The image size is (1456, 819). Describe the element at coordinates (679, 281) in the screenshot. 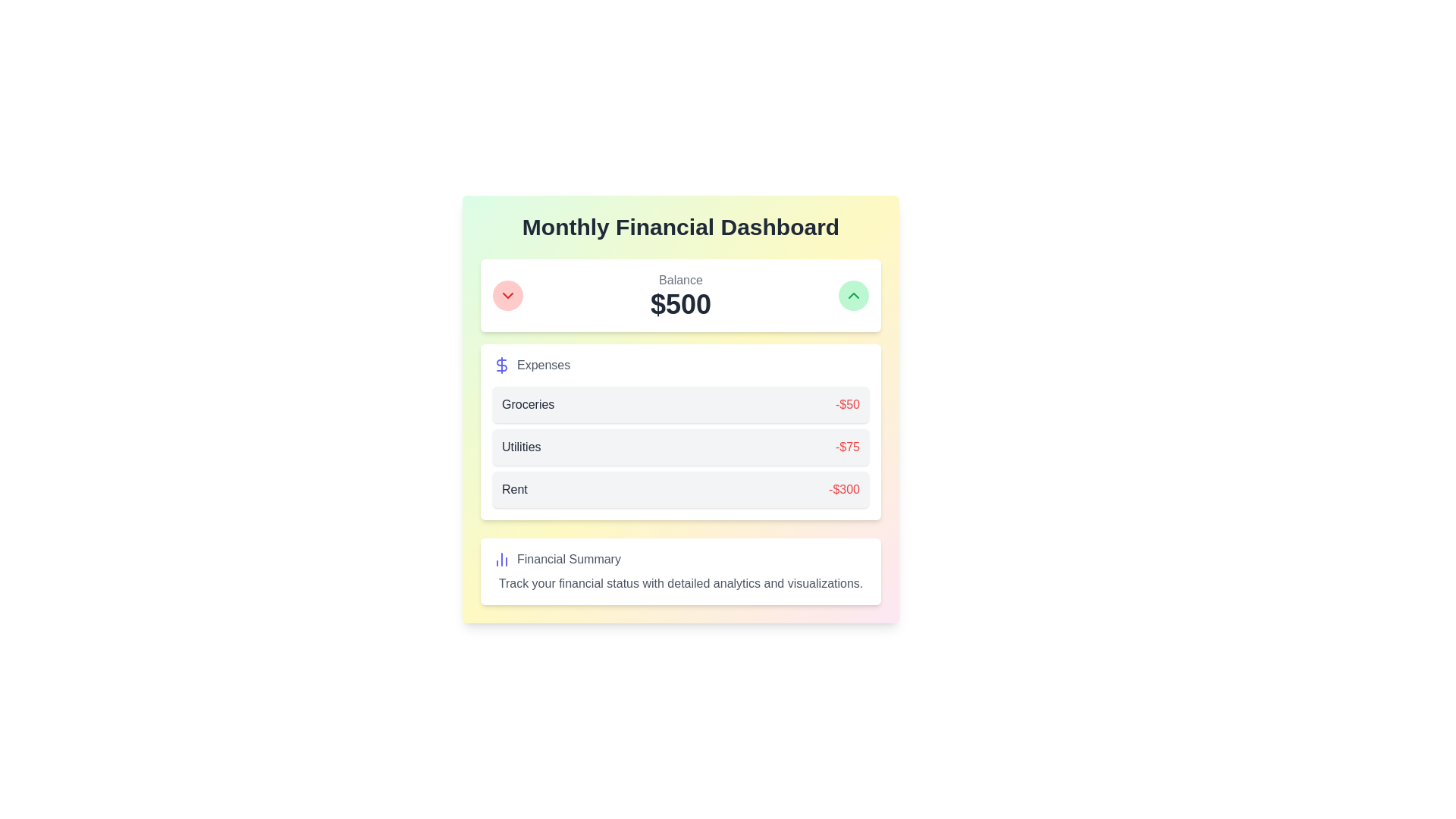

I see `the 'Balance' label that describes the amount displayed below it, which is located above the '$500' text in the financial summary section of the dashboard` at that location.